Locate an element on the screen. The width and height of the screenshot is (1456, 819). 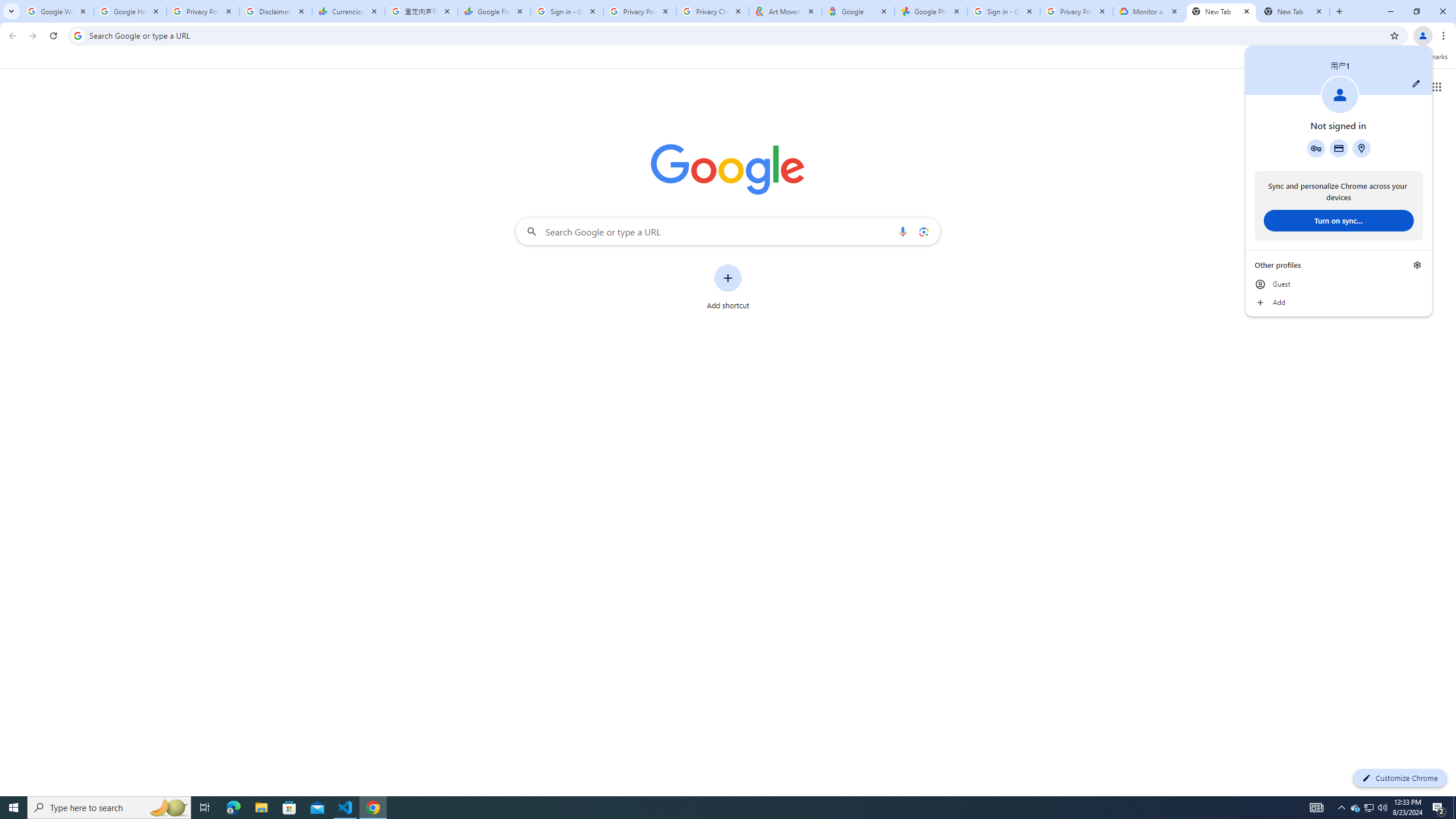
'Notification Chevron' is located at coordinates (1342, 806).